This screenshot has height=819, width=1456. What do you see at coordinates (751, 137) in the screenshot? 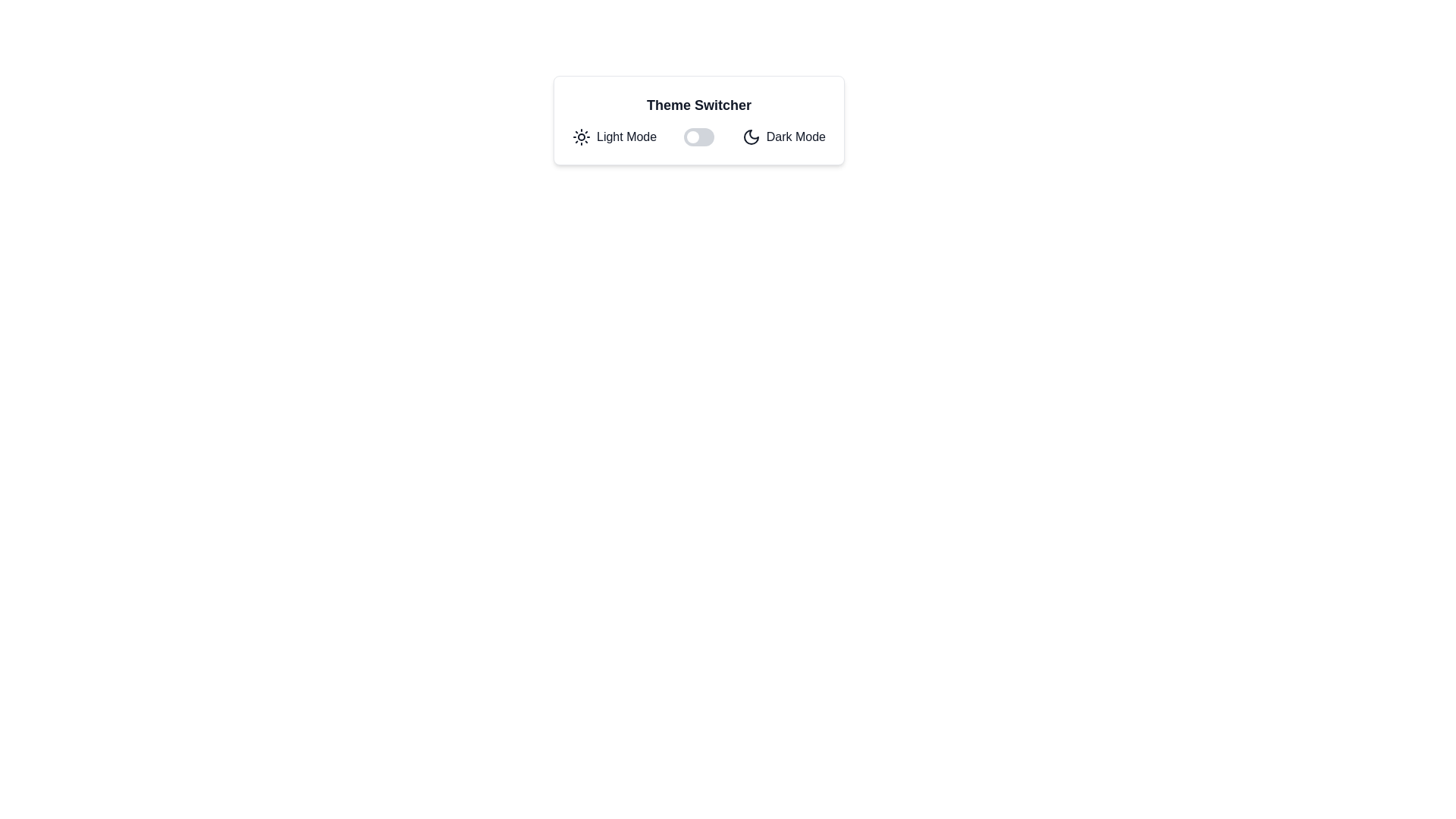
I see `the crescent moon icon representing 'Dark Mode', which is positioned to the left of the 'Dark Mode' label and aligned with the icon switcher and 'Light Mode' text` at bounding box center [751, 137].